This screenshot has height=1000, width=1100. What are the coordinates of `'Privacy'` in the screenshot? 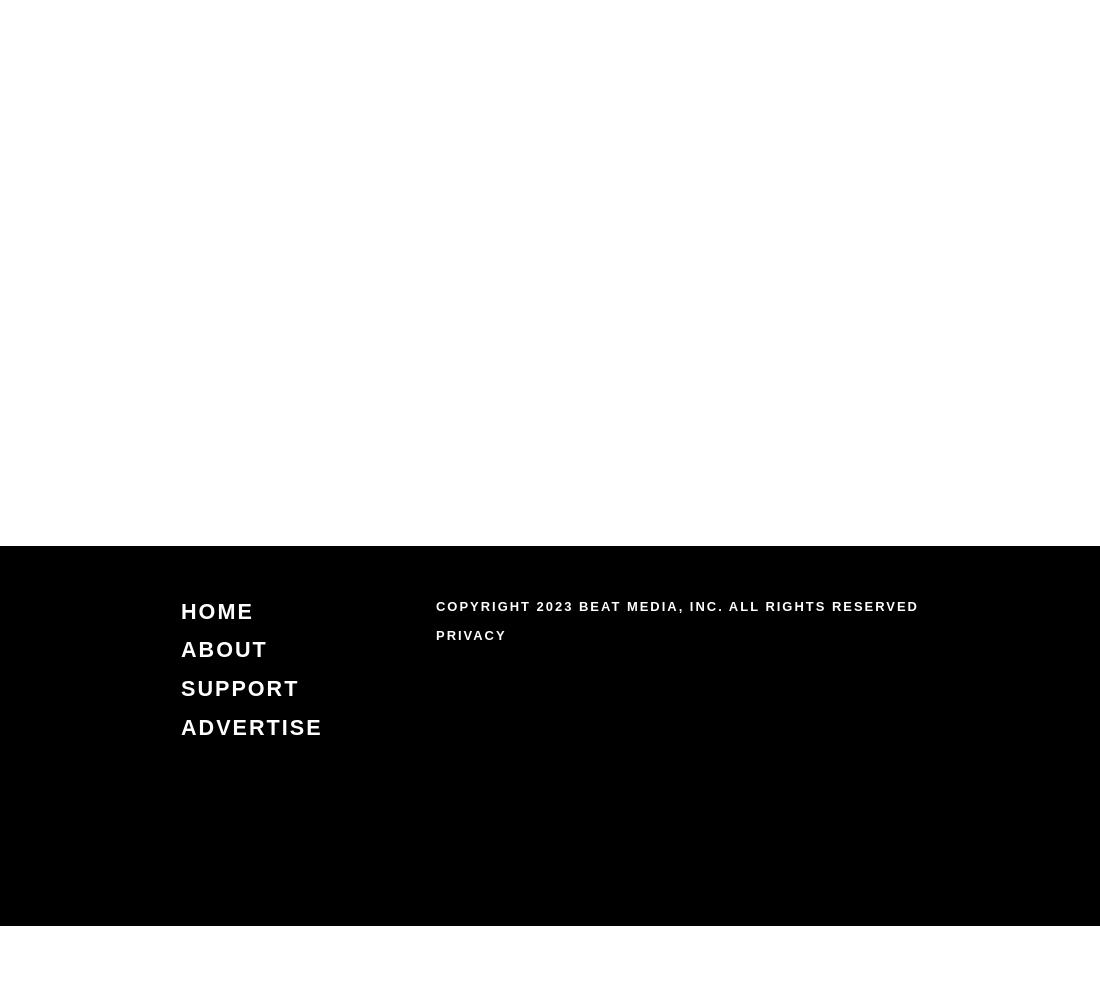 It's located at (470, 634).